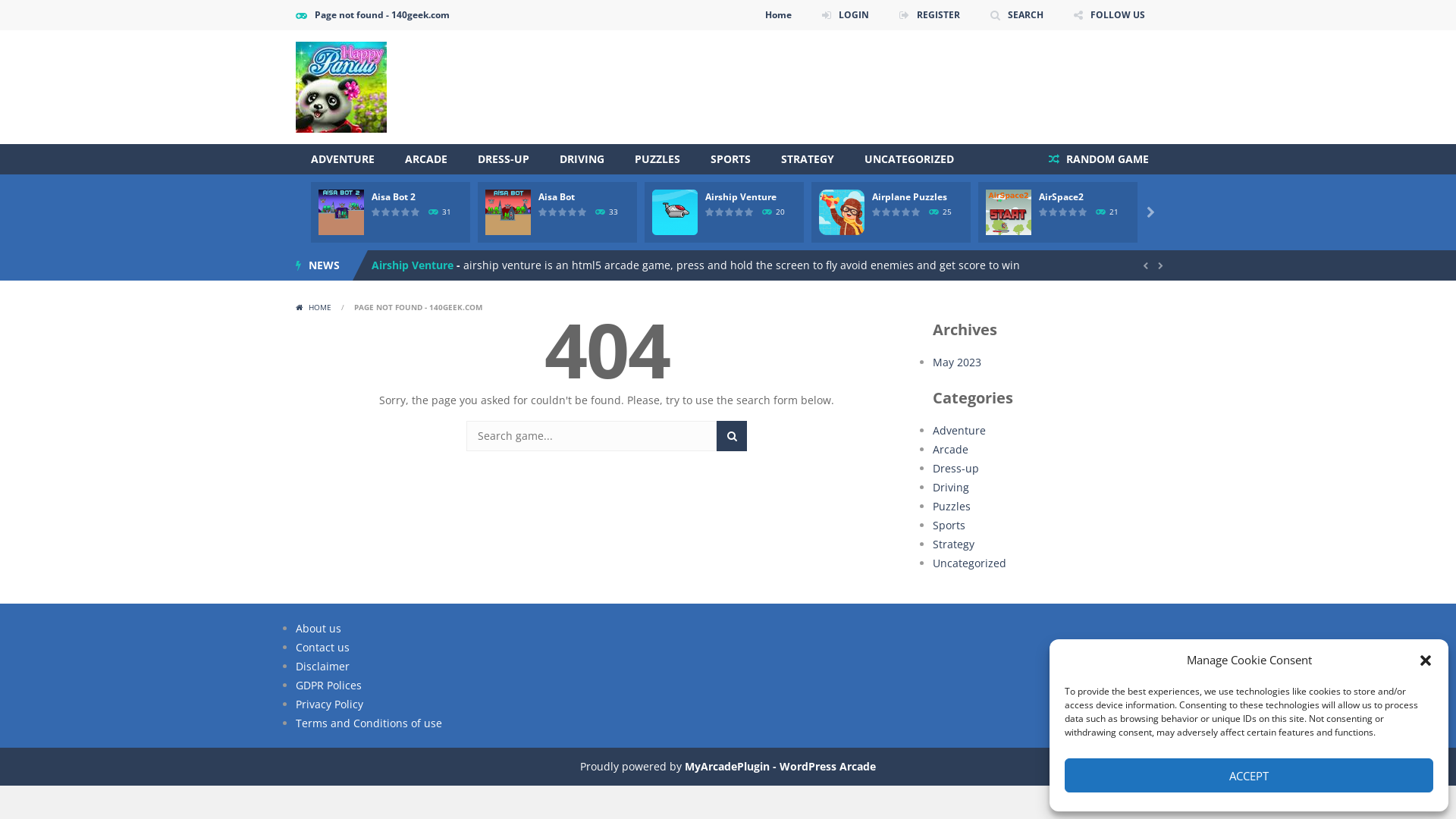 The height and width of the screenshot is (819, 1456). I want to click on 'Arcade', so click(931, 448).